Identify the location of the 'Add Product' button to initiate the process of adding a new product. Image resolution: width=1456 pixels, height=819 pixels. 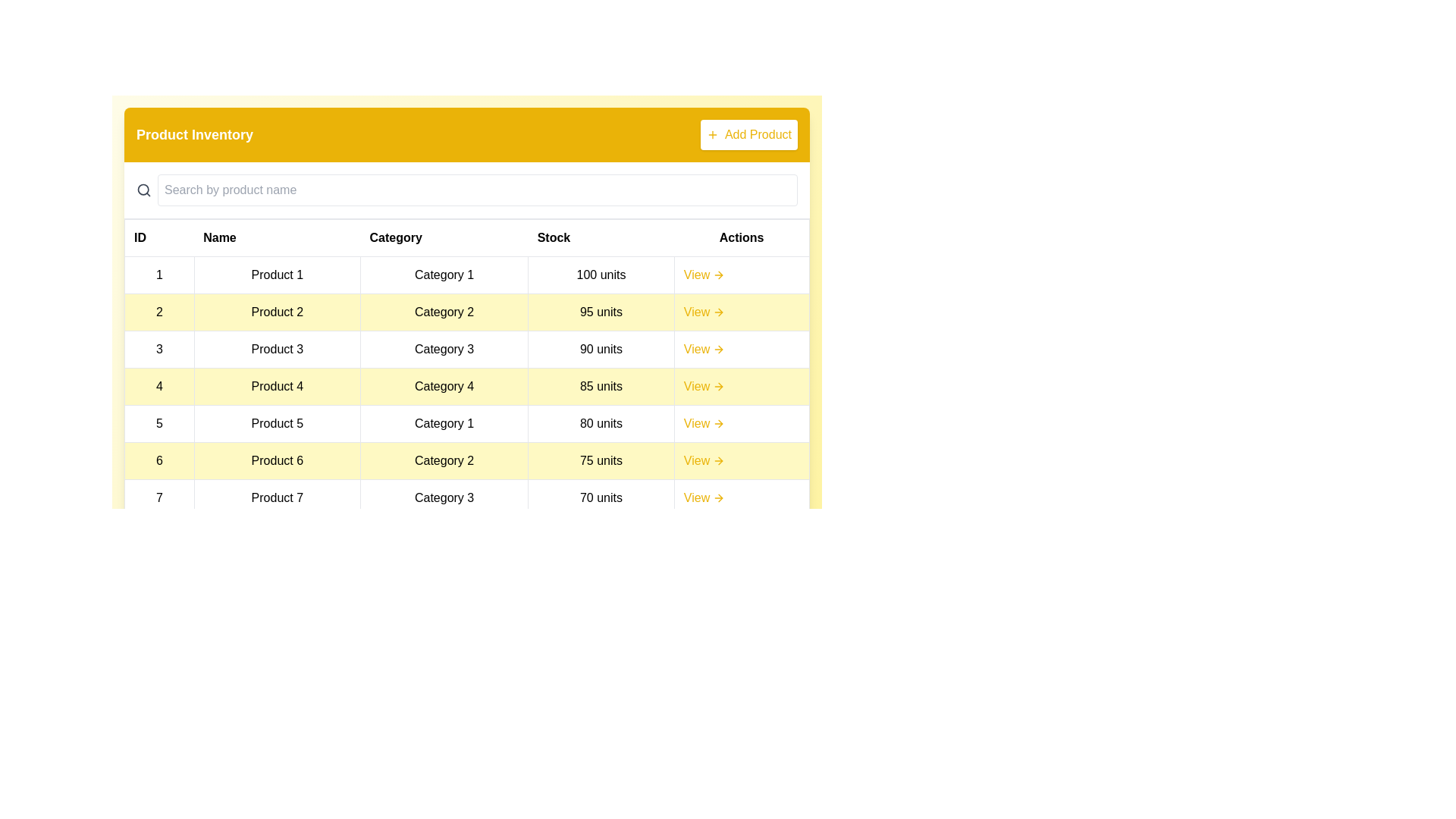
(749, 133).